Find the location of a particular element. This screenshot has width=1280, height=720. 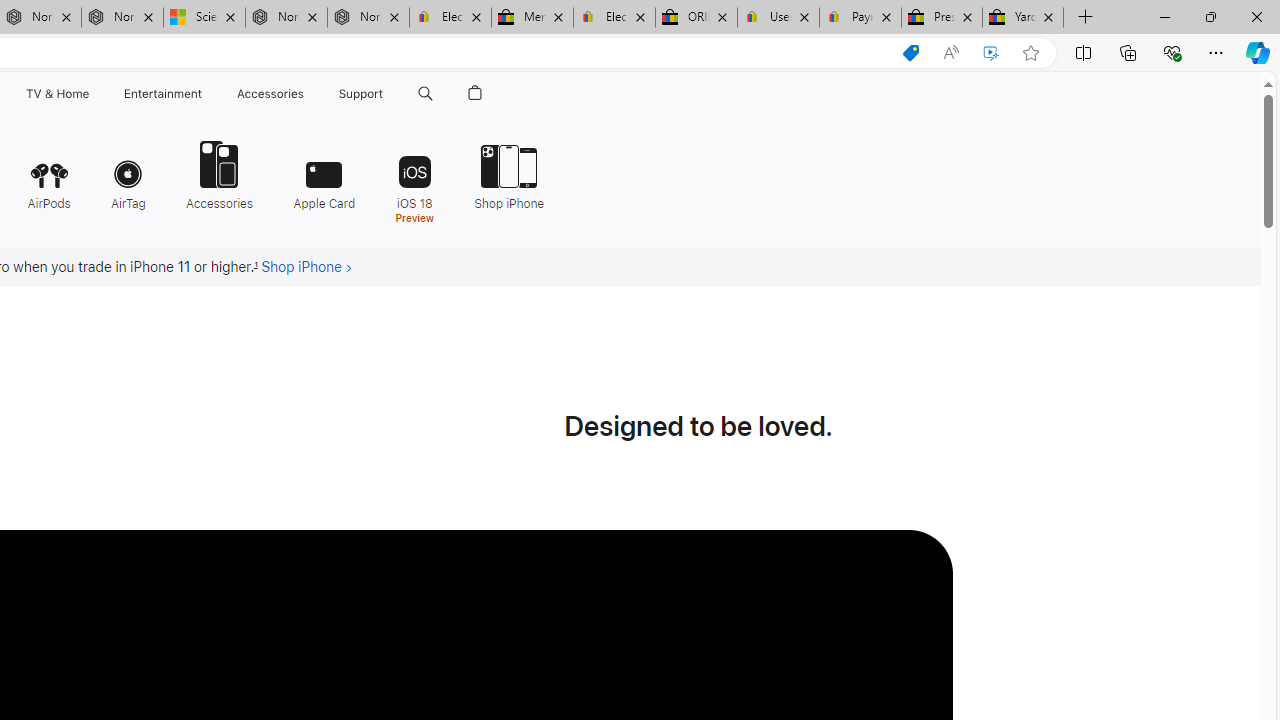

'AirTag' is located at coordinates (127, 172).